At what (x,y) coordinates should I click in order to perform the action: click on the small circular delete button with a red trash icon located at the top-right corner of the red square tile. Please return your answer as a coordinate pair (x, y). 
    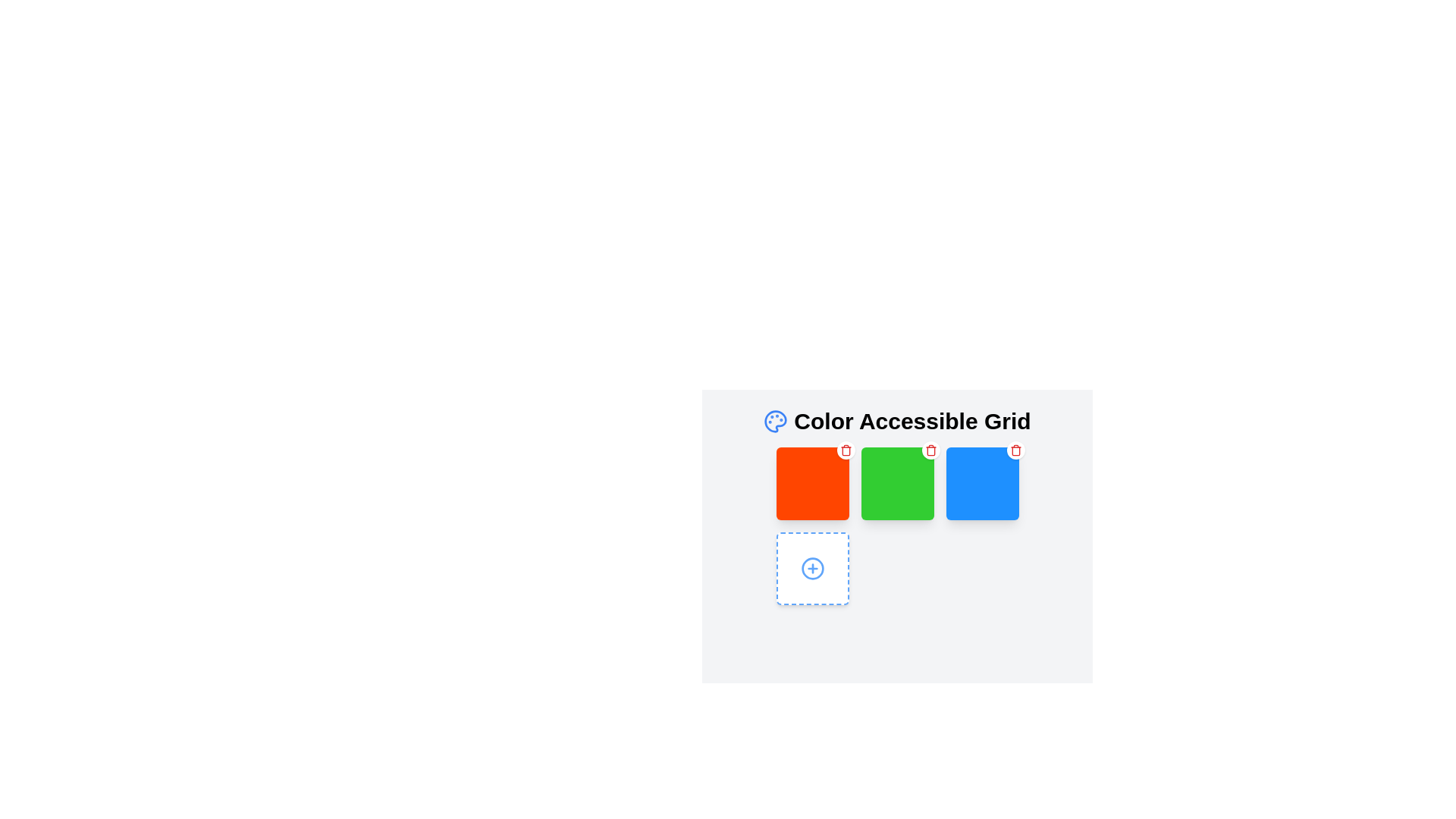
    Looking at the image, I should click on (845, 450).